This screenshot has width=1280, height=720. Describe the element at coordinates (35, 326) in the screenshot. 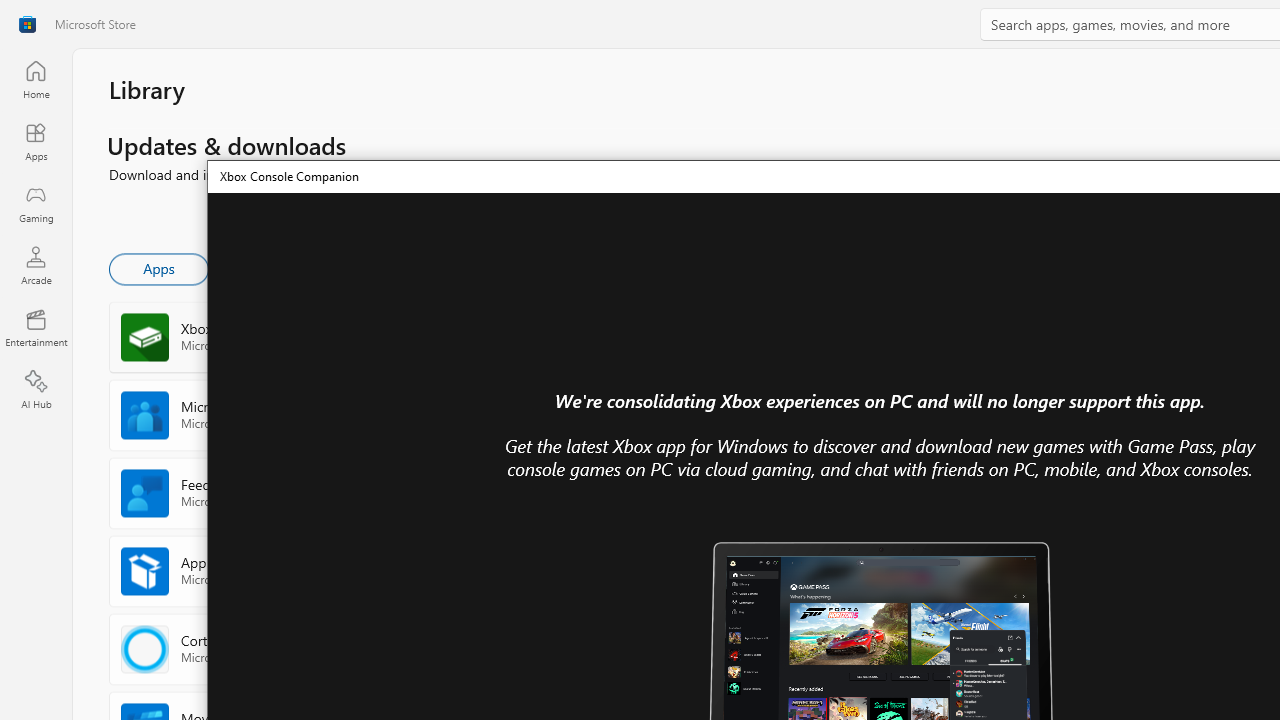

I see `'Entertainment'` at that location.